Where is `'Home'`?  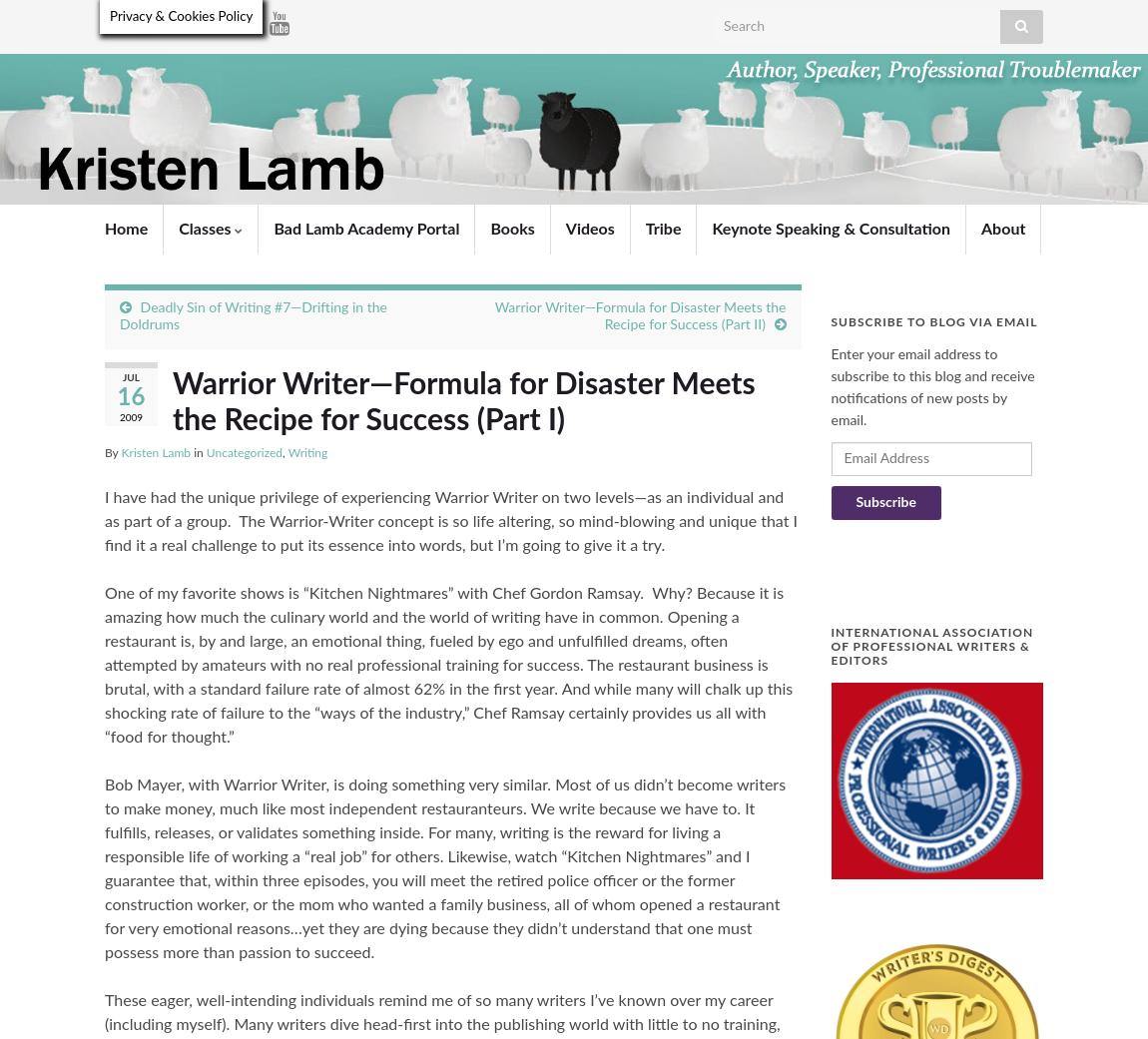
'Home' is located at coordinates (125, 228).